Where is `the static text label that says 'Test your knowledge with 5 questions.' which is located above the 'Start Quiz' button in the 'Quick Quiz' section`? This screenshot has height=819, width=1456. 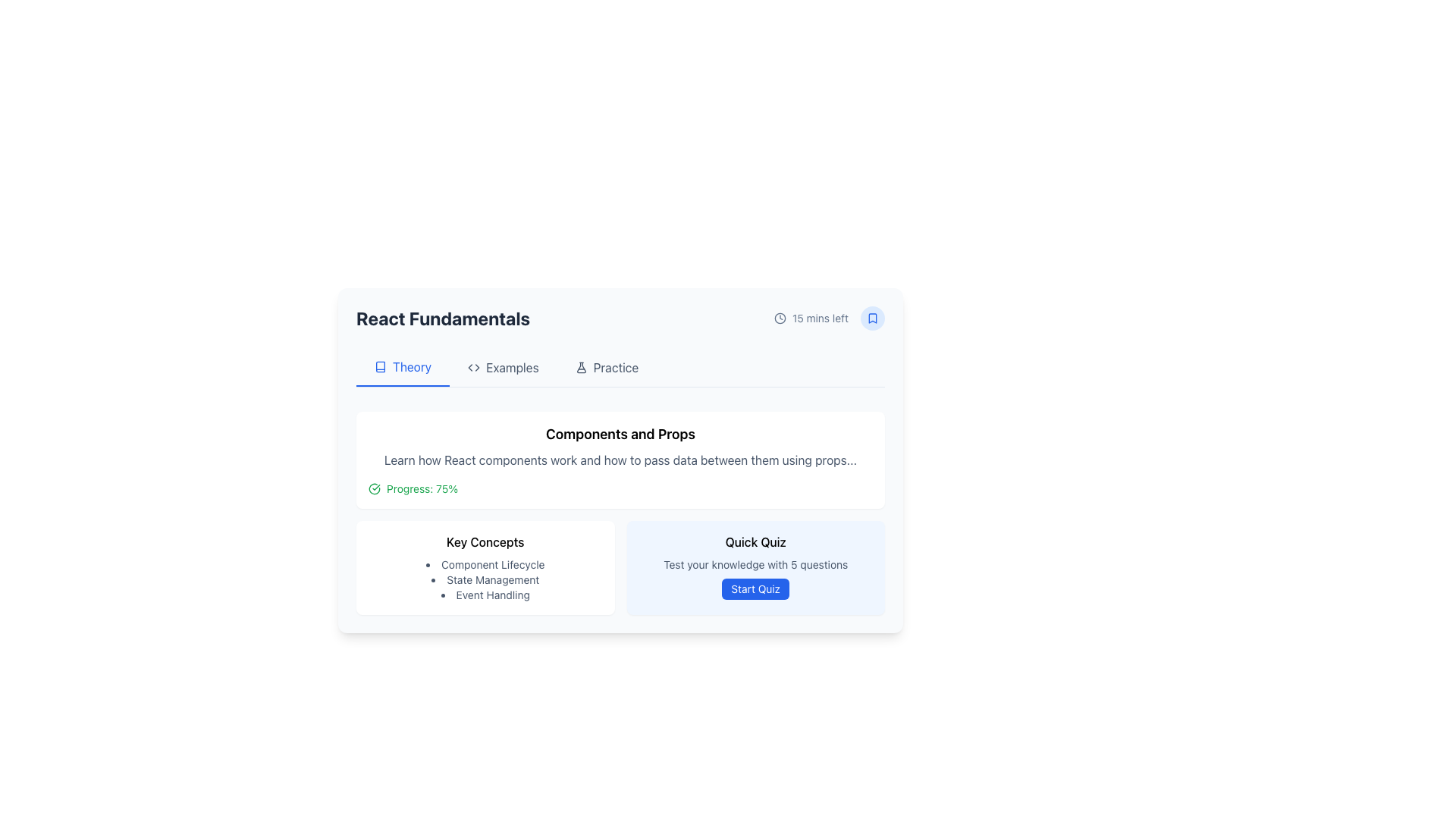
the static text label that says 'Test your knowledge with 5 questions.' which is located above the 'Start Quiz' button in the 'Quick Quiz' section is located at coordinates (755, 564).